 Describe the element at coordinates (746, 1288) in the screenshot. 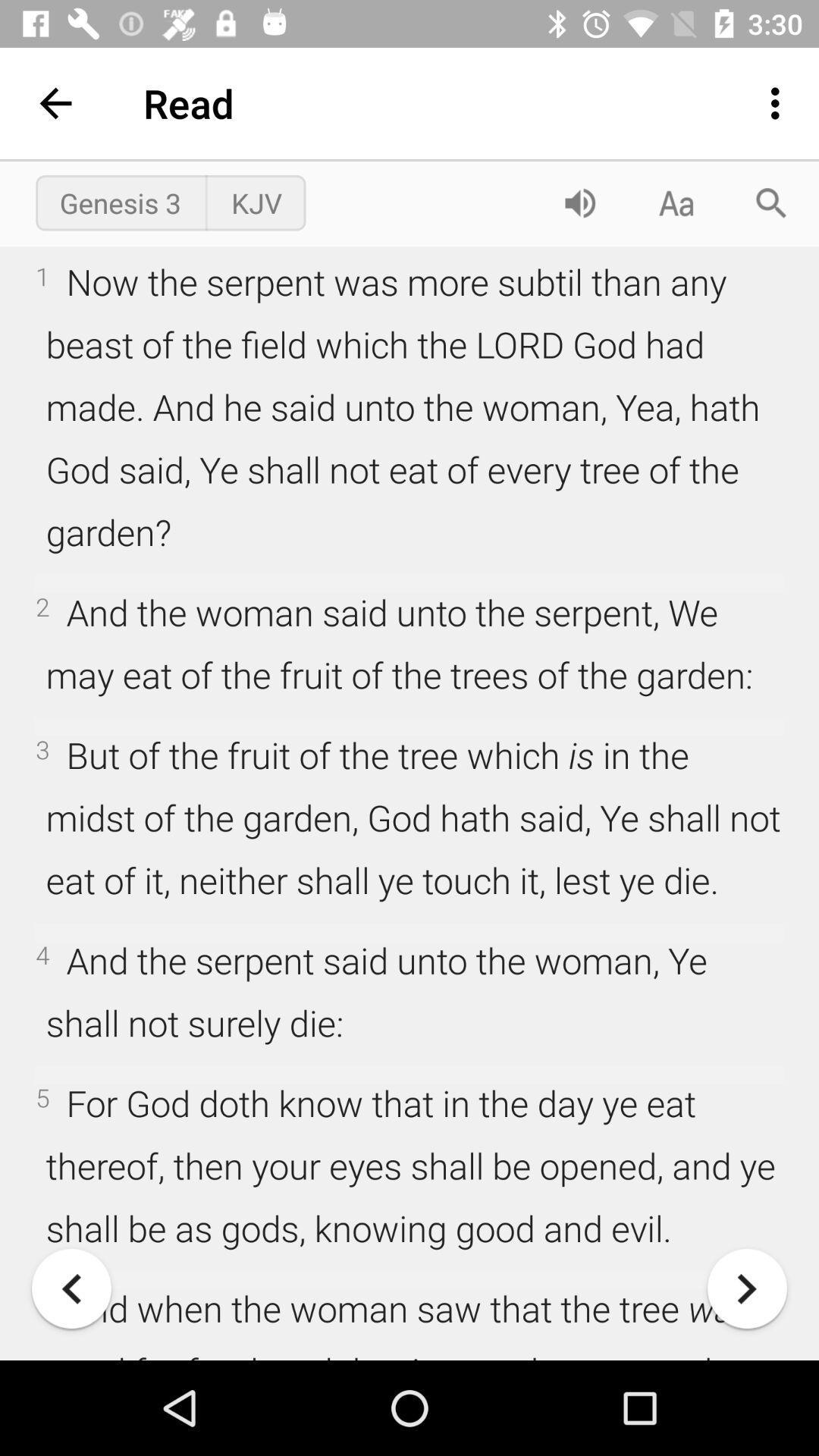

I see `item below 4 and the icon` at that location.